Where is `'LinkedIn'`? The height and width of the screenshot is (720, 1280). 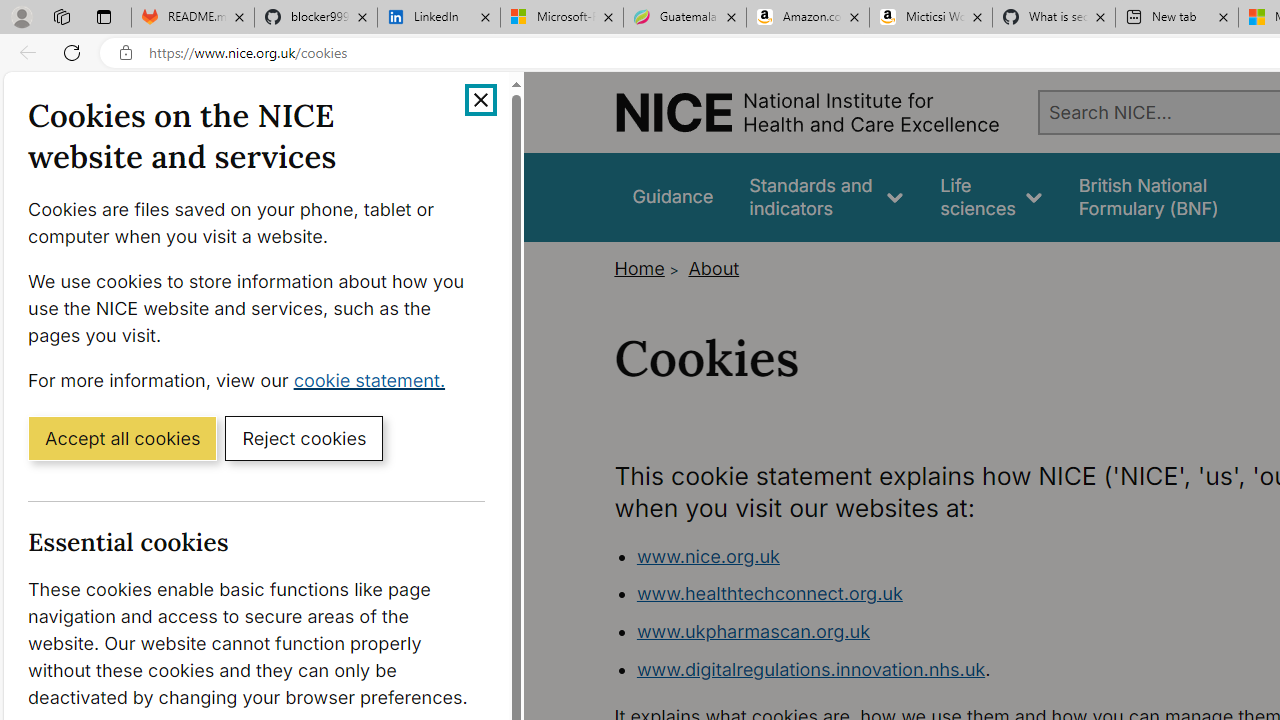
'LinkedIn' is located at coordinates (438, 17).